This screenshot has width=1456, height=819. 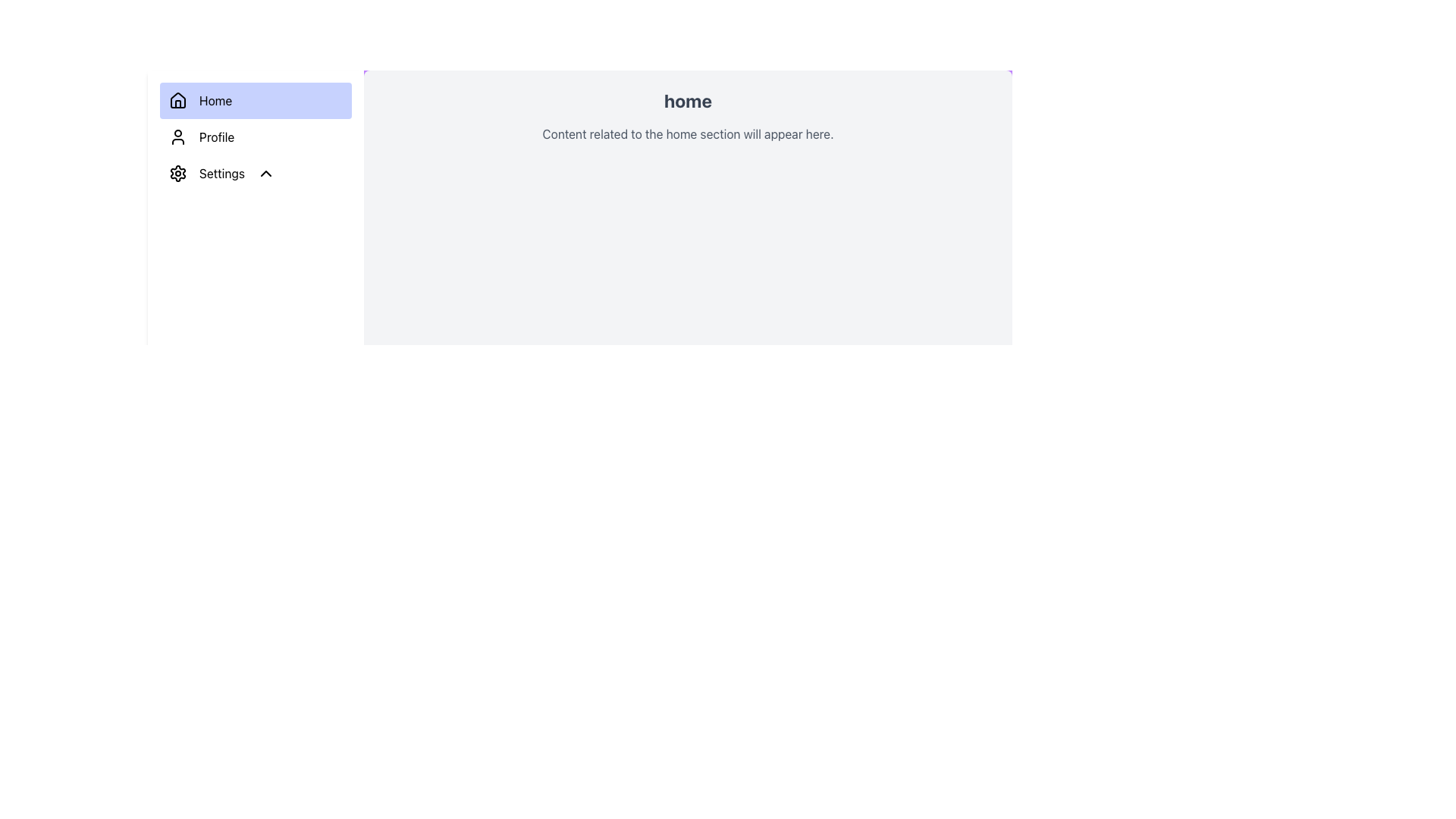 What do you see at coordinates (178, 172) in the screenshot?
I see `the settings icon located in the vertical menu, positioned above the 'Profile' entry` at bounding box center [178, 172].